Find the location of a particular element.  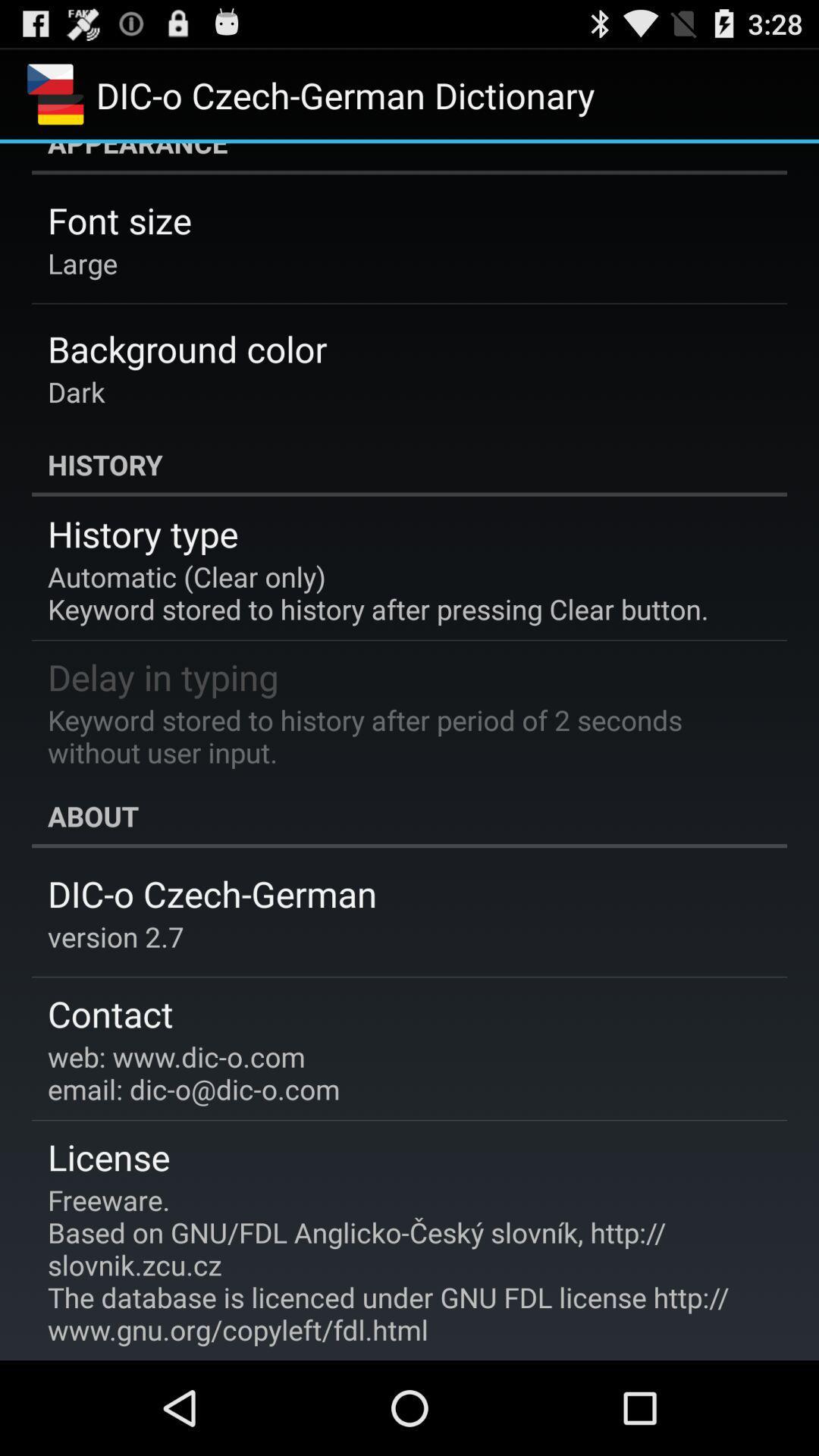

font size item is located at coordinates (118, 219).